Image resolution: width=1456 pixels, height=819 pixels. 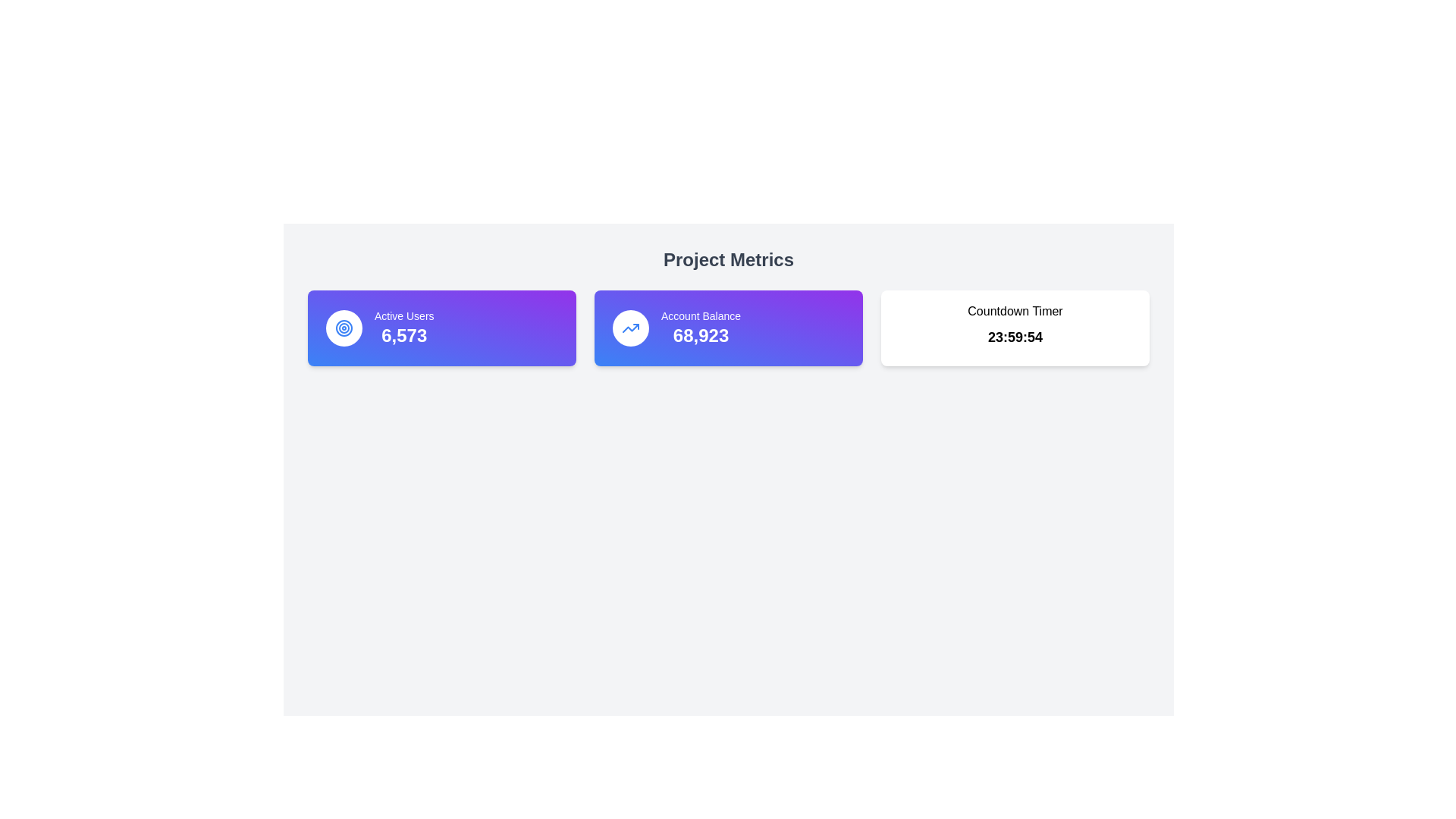 I want to click on the account balance icon located at the top-left corner of the 'Account Balance' card, so click(x=630, y=327).